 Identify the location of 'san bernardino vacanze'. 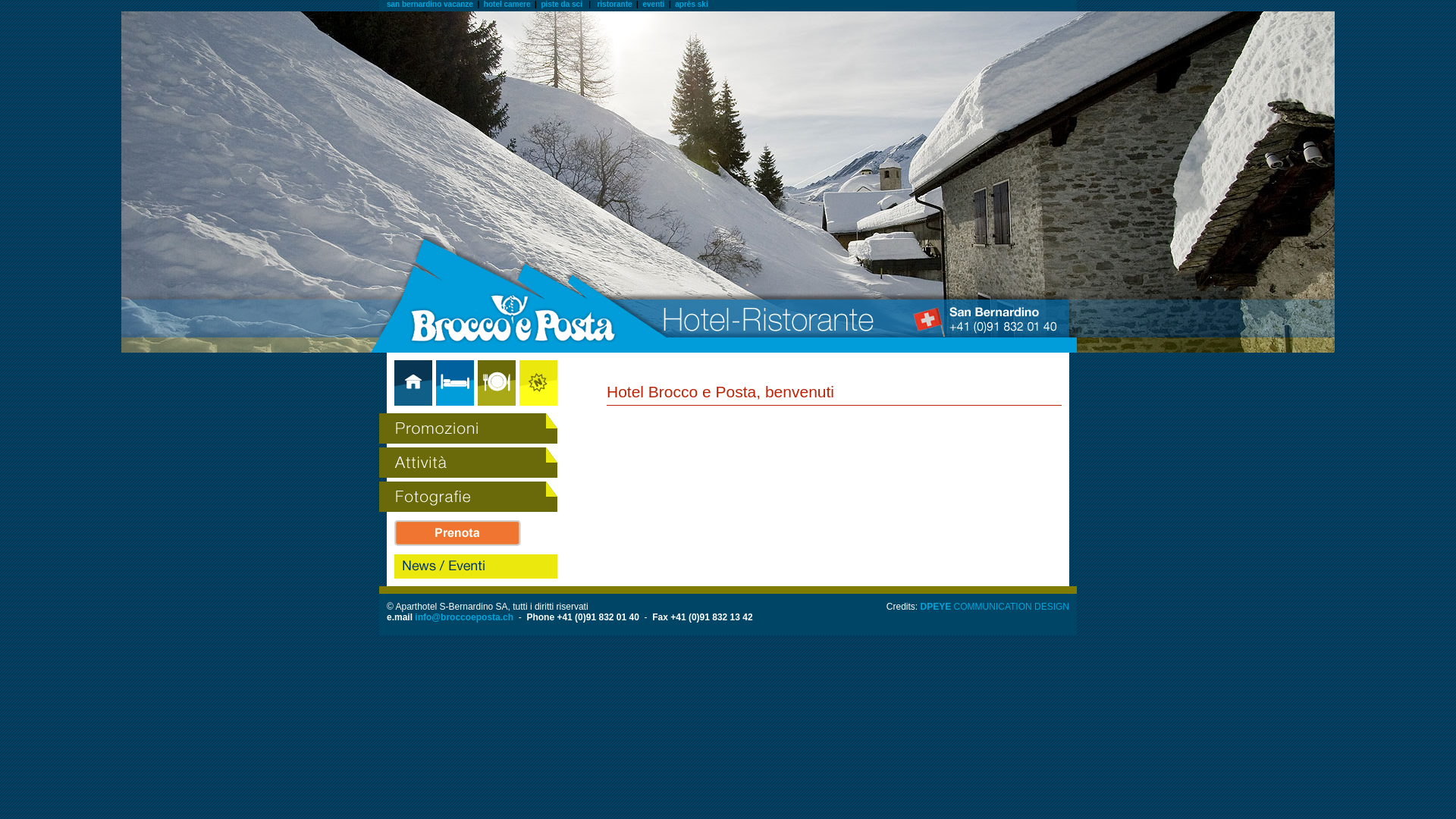
(386, 4).